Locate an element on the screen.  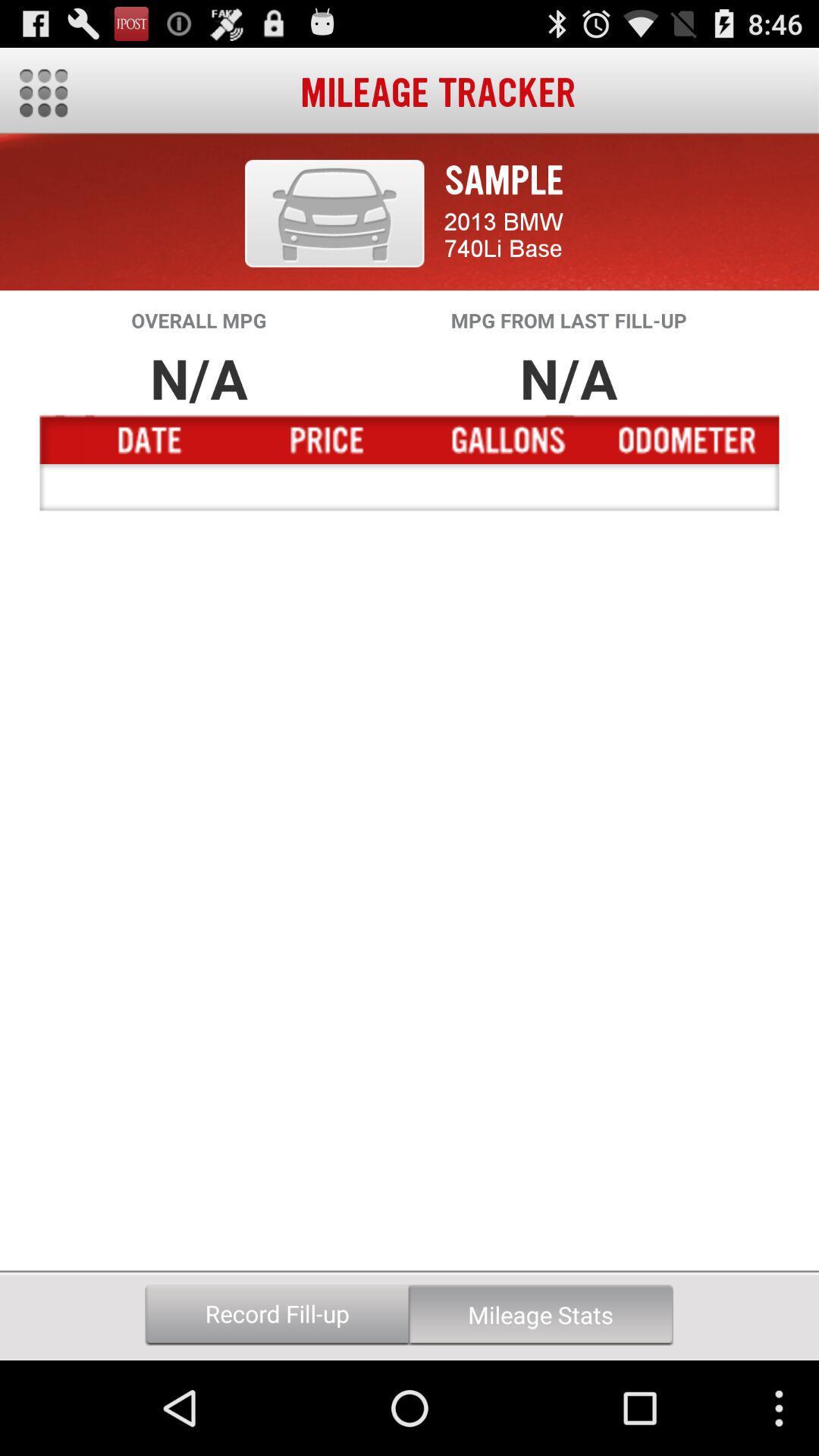
the item below the mileage tracker icon is located at coordinates (334, 212).